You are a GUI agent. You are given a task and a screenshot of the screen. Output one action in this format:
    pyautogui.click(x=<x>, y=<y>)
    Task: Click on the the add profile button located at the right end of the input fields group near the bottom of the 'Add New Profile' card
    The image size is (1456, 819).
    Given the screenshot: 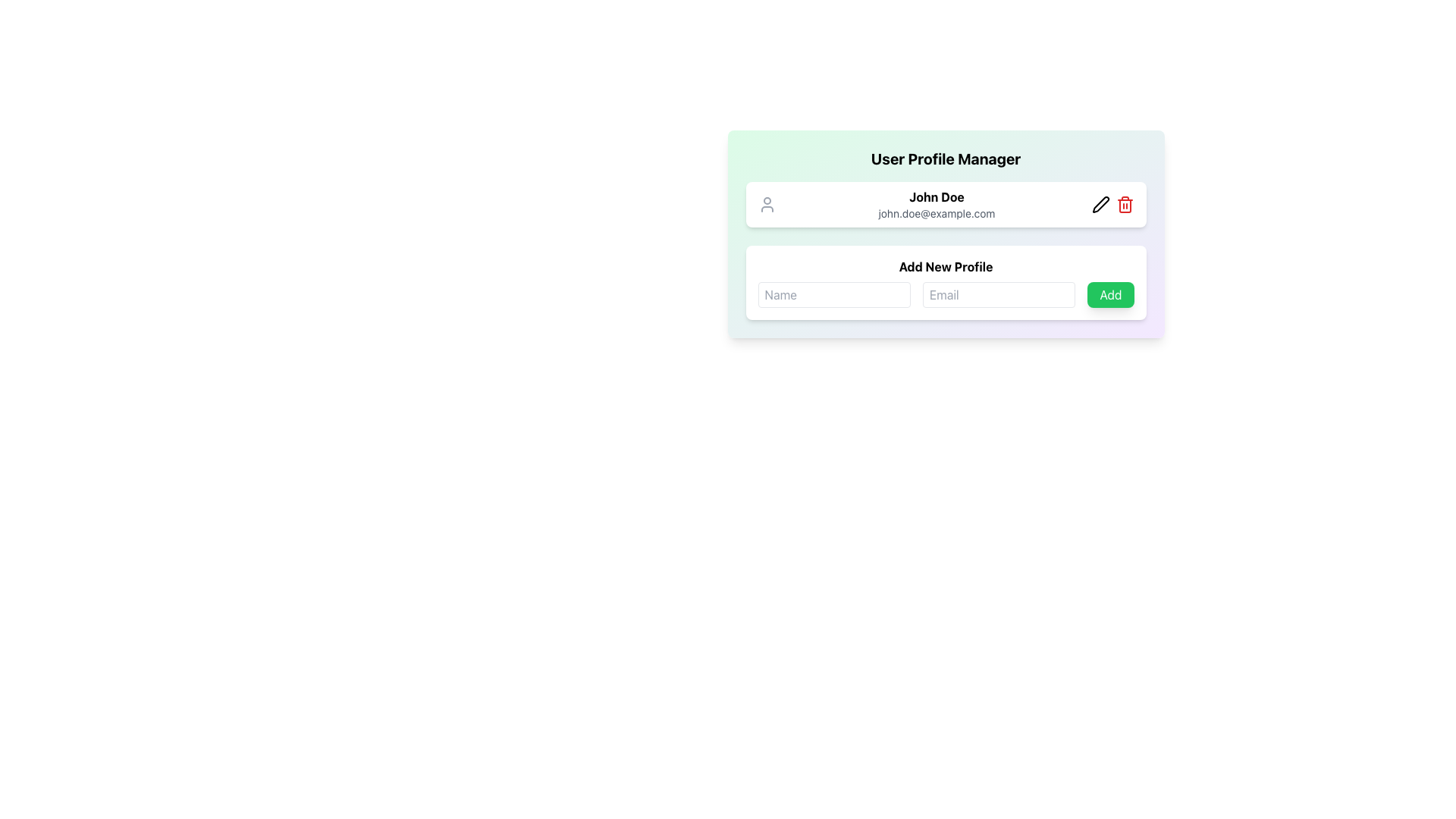 What is the action you would take?
    pyautogui.click(x=1110, y=295)
    